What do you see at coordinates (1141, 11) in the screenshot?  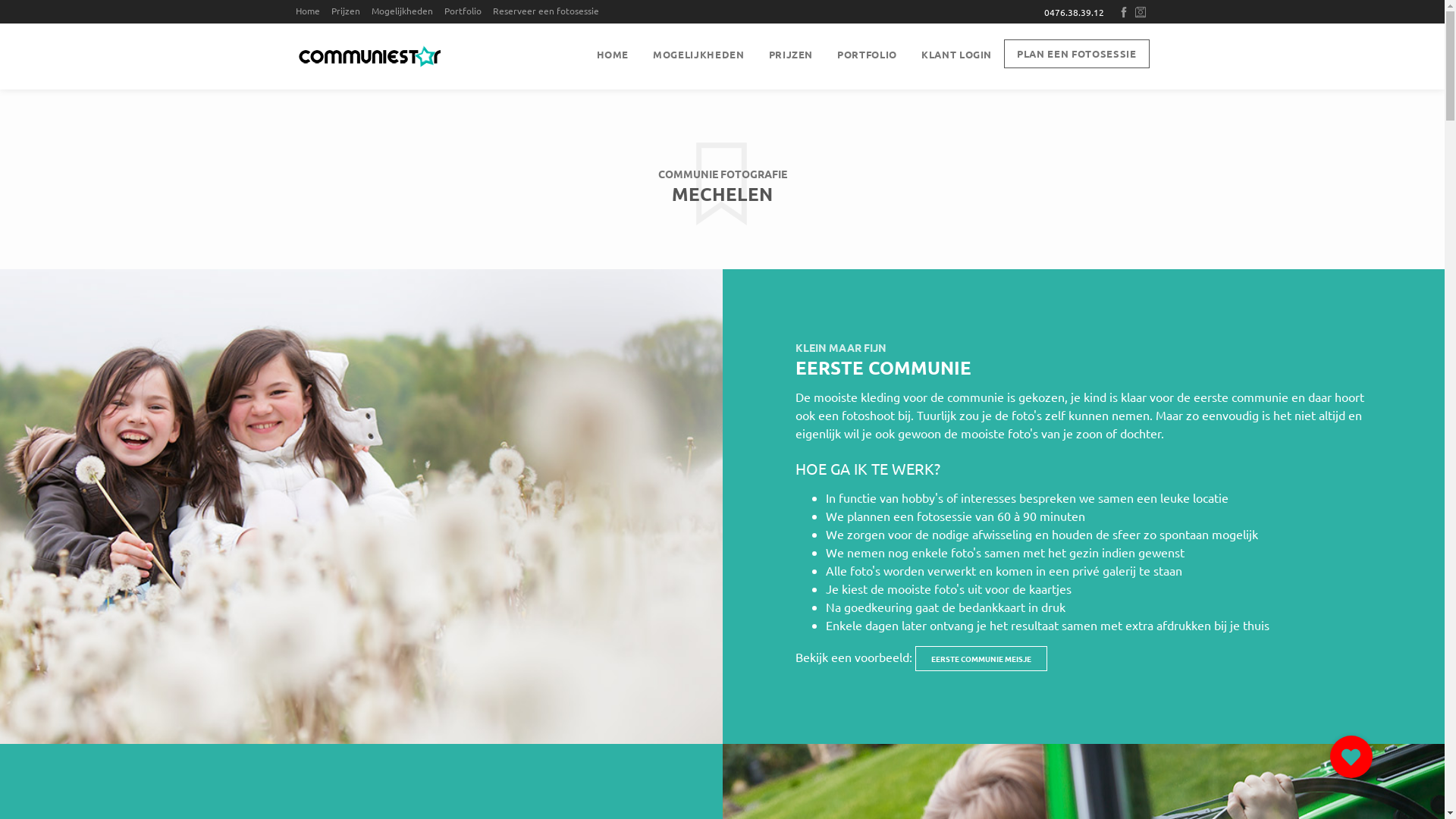 I see `'instagram'` at bounding box center [1141, 11].